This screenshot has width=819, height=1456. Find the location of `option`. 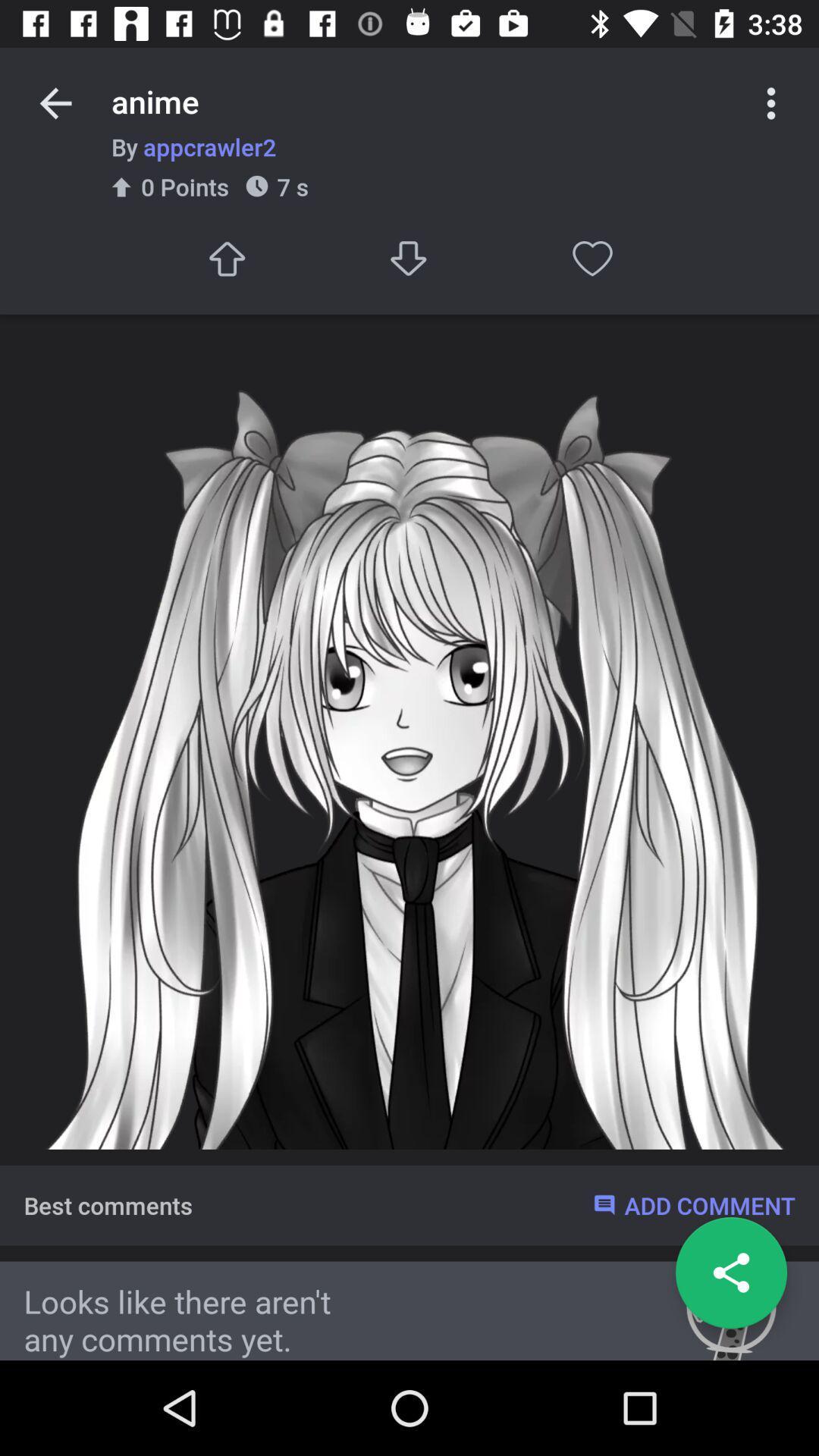

option is located at coordinates (409, 259).